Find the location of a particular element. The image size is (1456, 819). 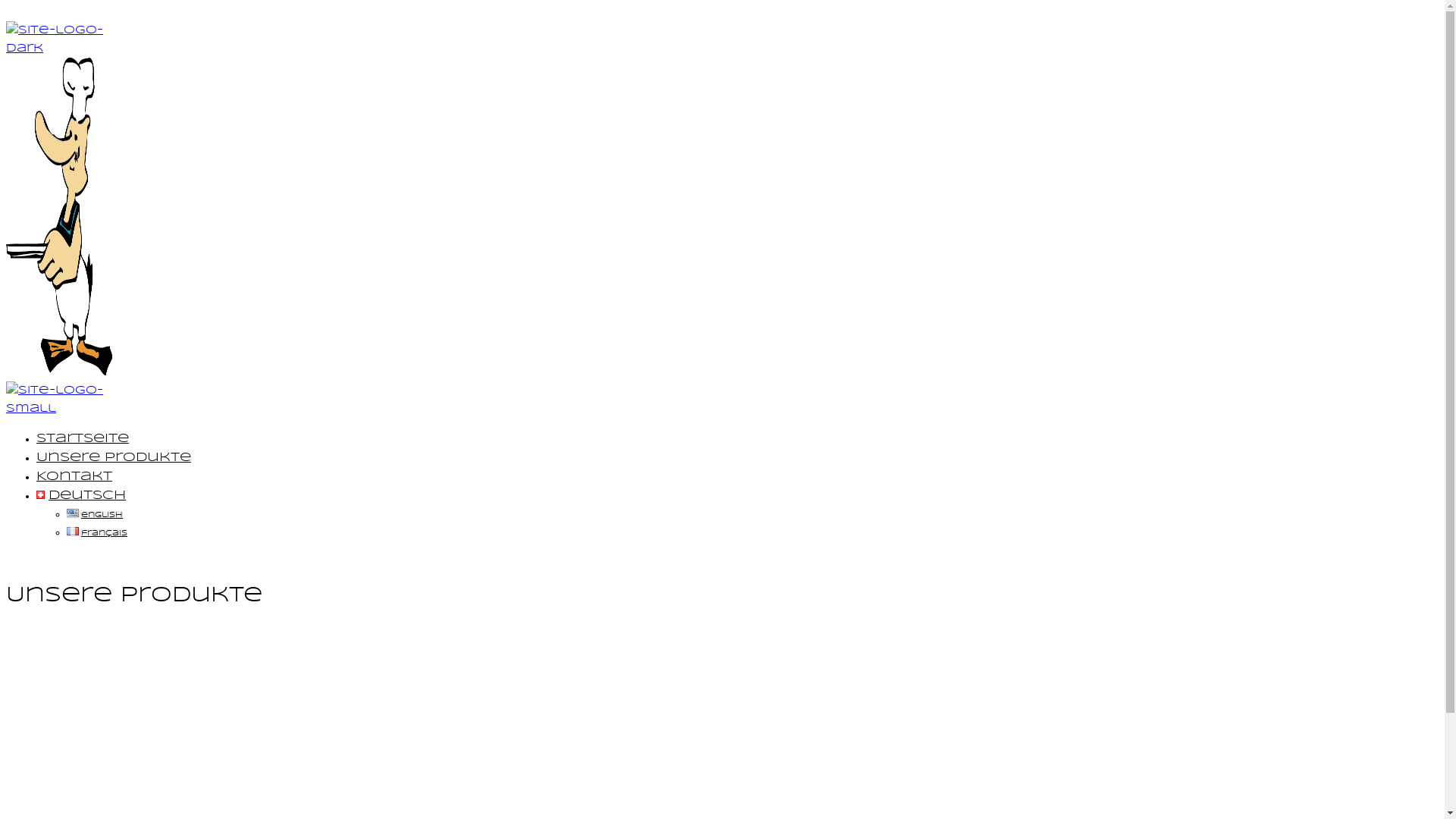

'english' is located at coordinates (93, 513).